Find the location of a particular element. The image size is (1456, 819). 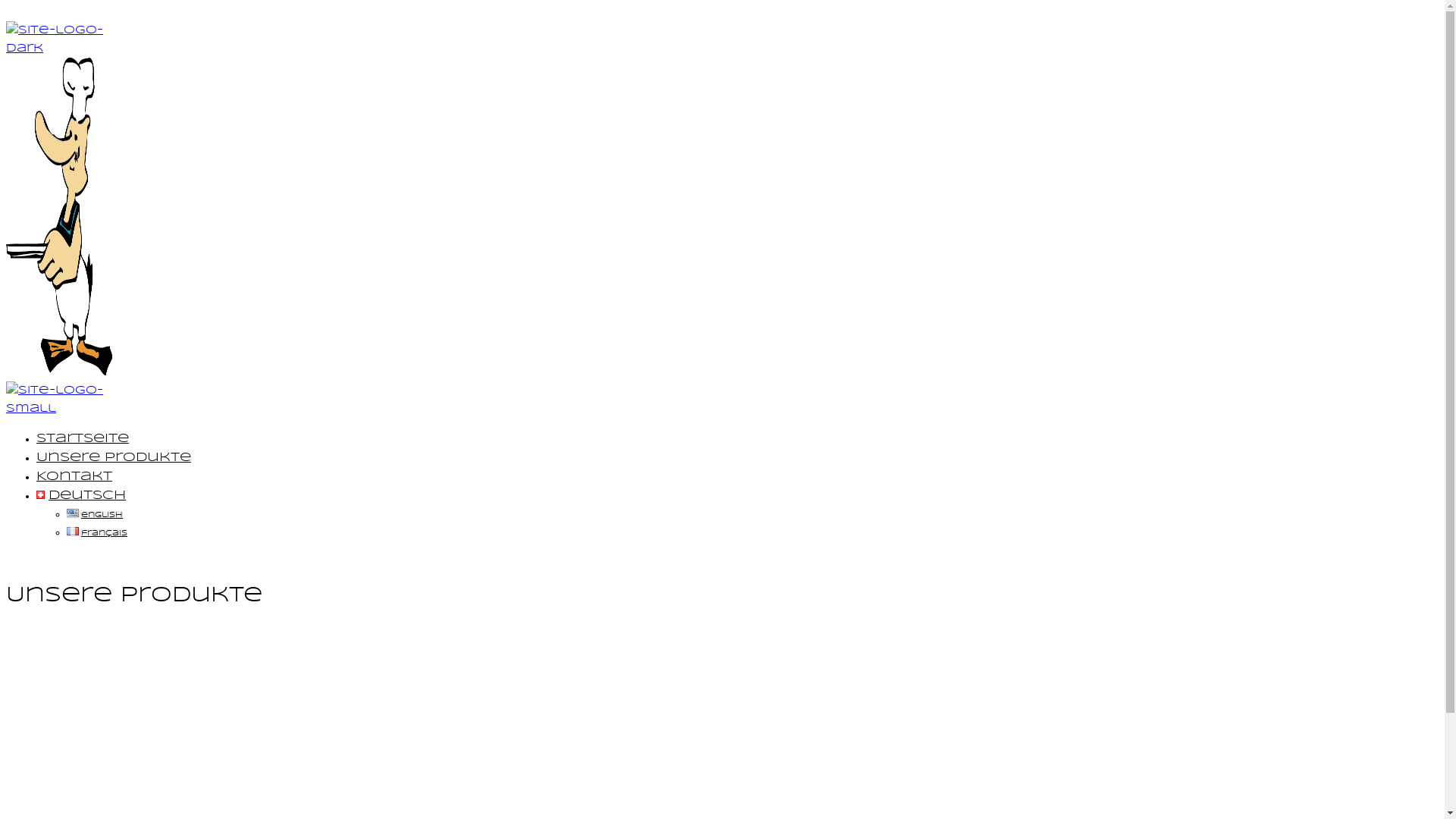

'english' is located at coordinates (93, 513).